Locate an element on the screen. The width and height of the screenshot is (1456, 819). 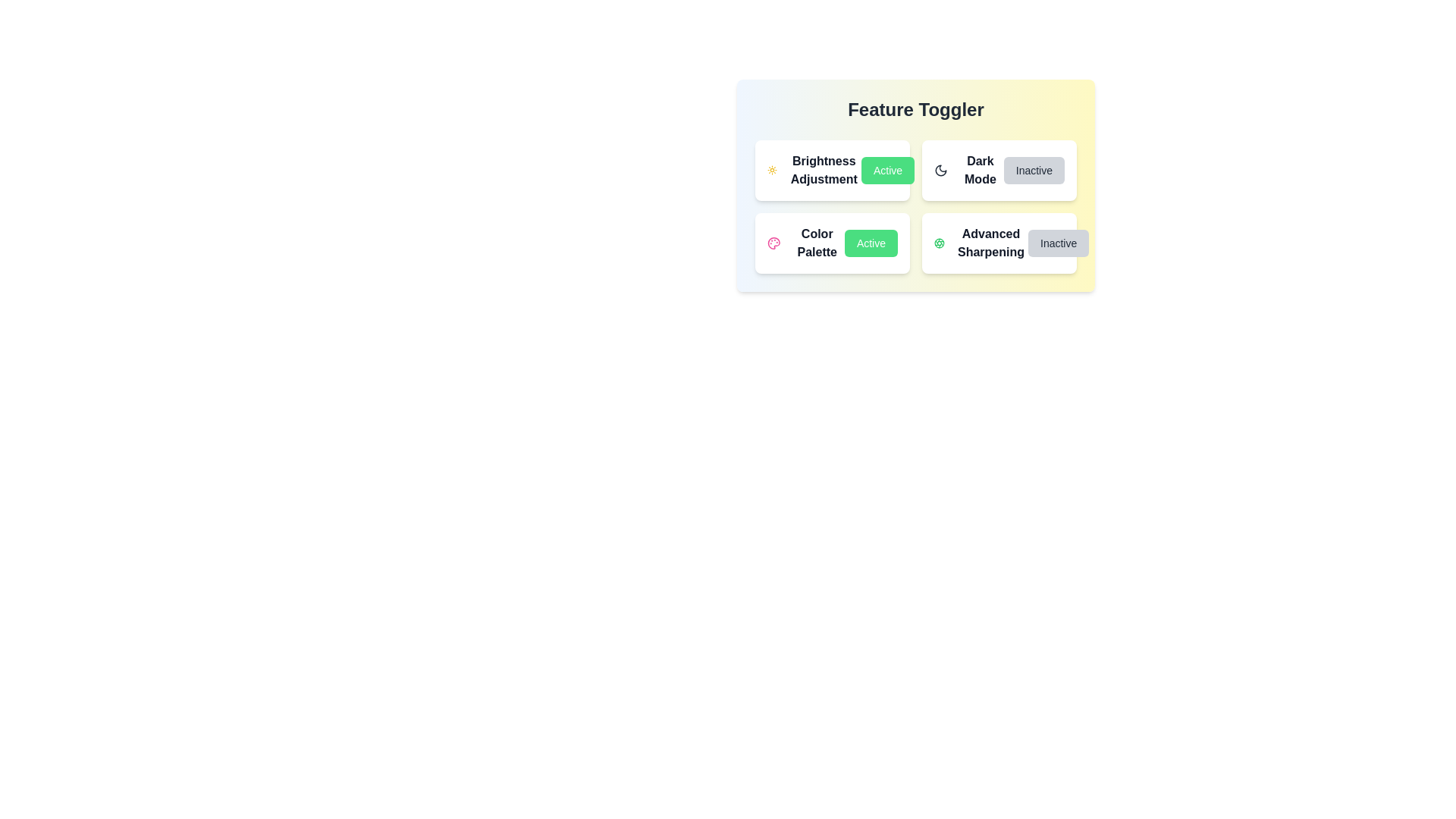
button corresponding to the feature Color Palette to toggle its state is located at coordinates (871, 242).